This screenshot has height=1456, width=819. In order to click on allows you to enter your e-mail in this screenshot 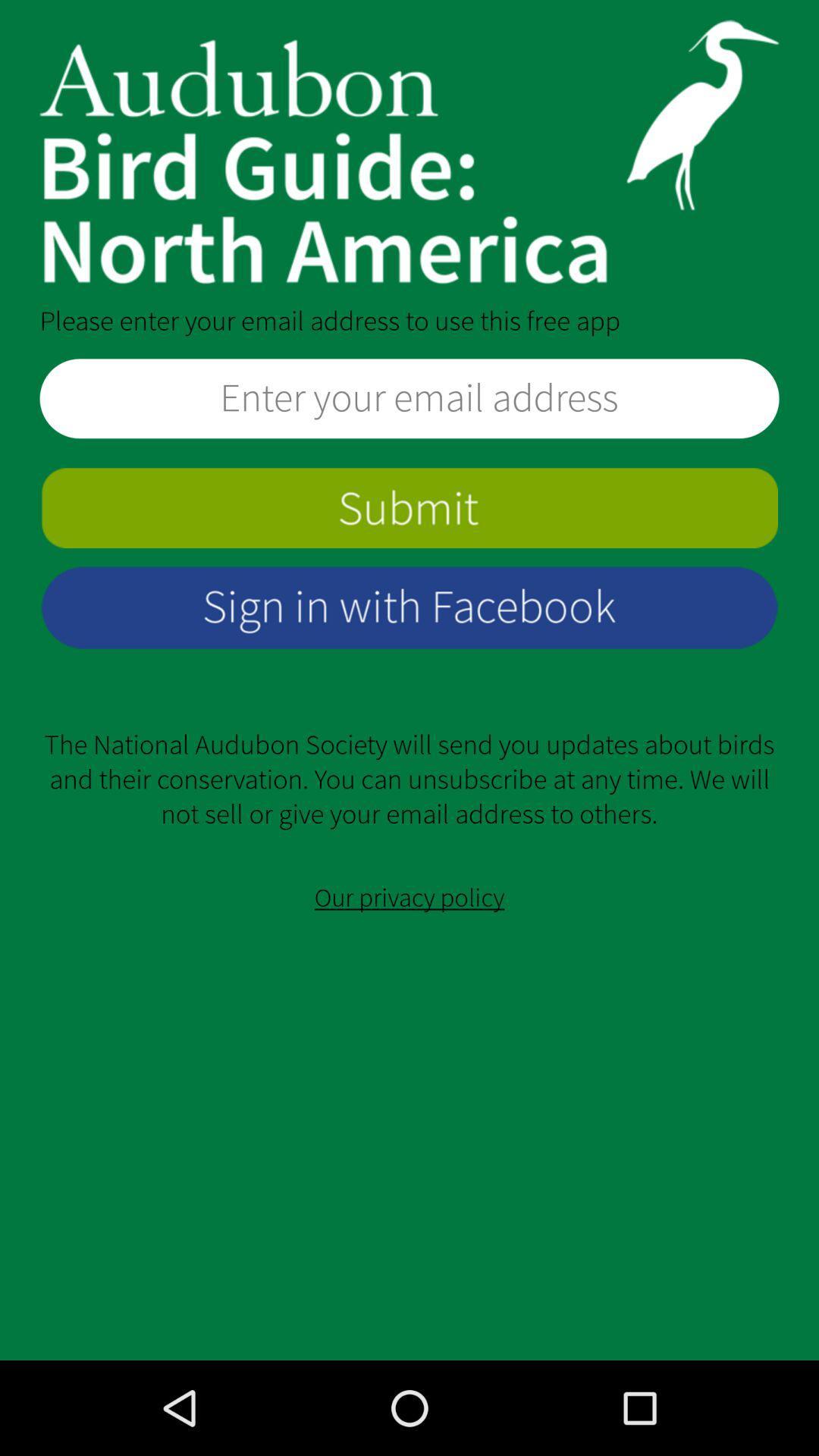, I will do `click(409, 398)`.